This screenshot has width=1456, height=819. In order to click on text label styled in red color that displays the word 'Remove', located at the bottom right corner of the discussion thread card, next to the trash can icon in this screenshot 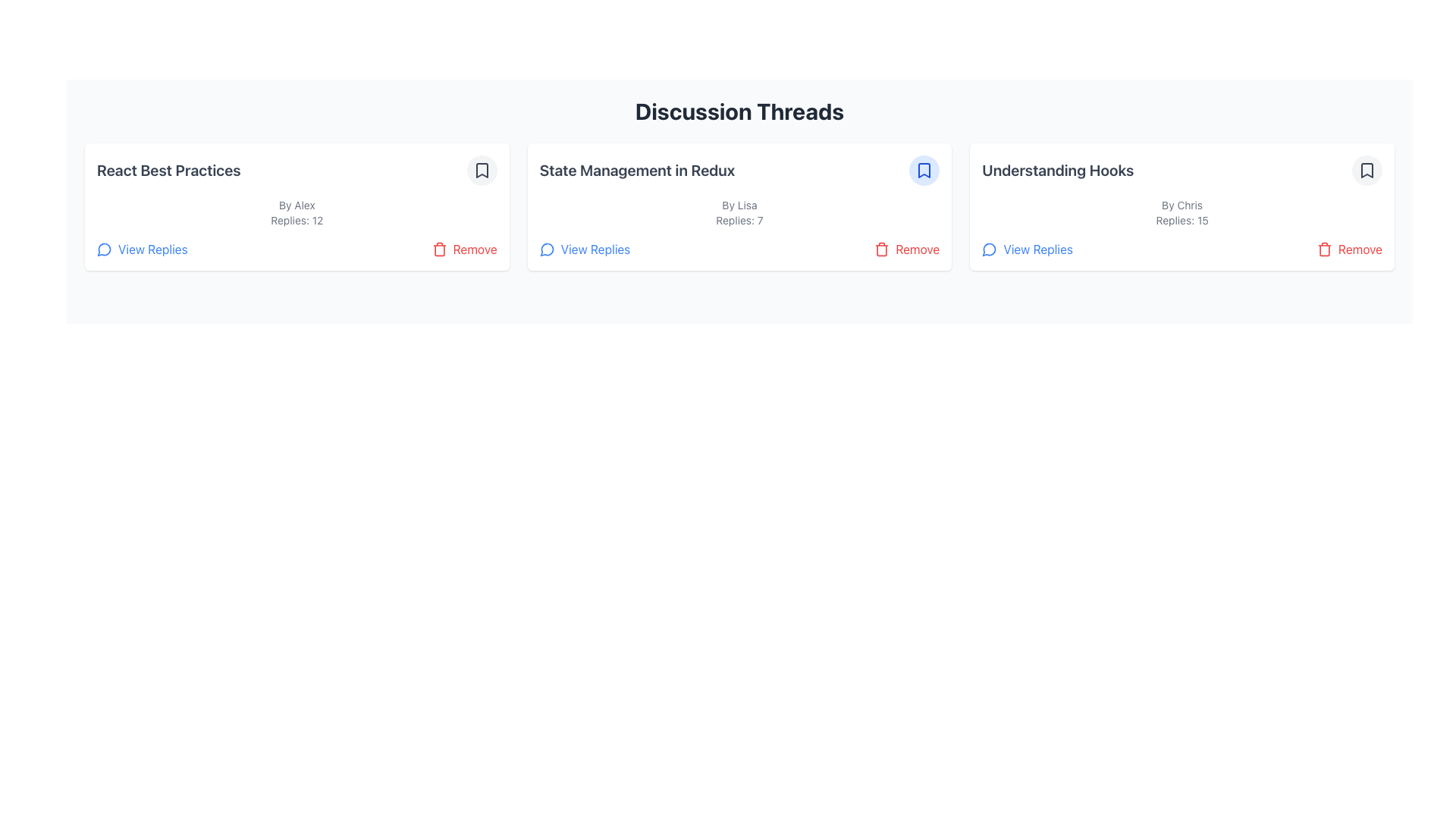, I will do `click(474, 248)`.